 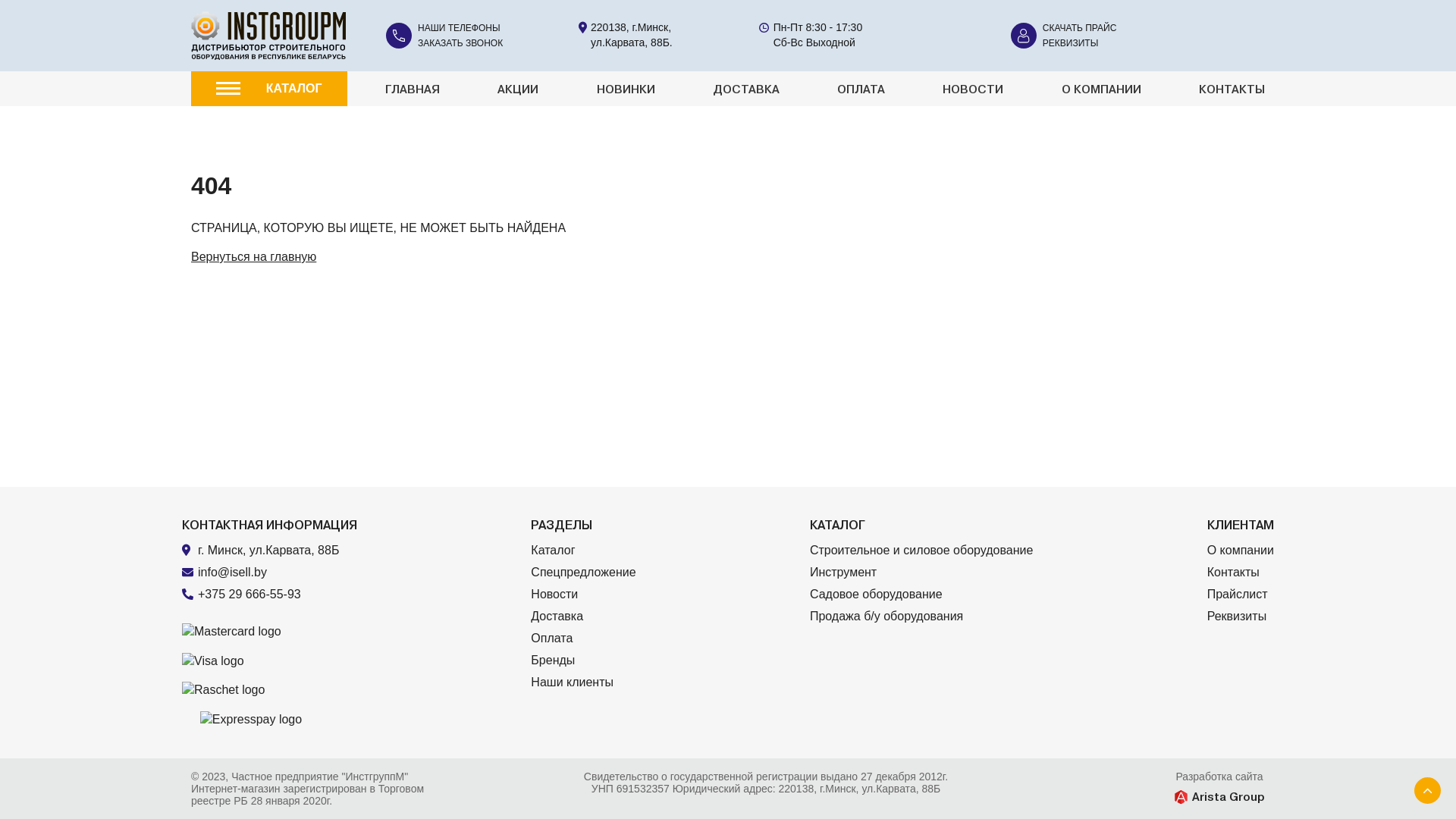 I want to click on '+375 29 666-55-93', so click(x=277, y=593).